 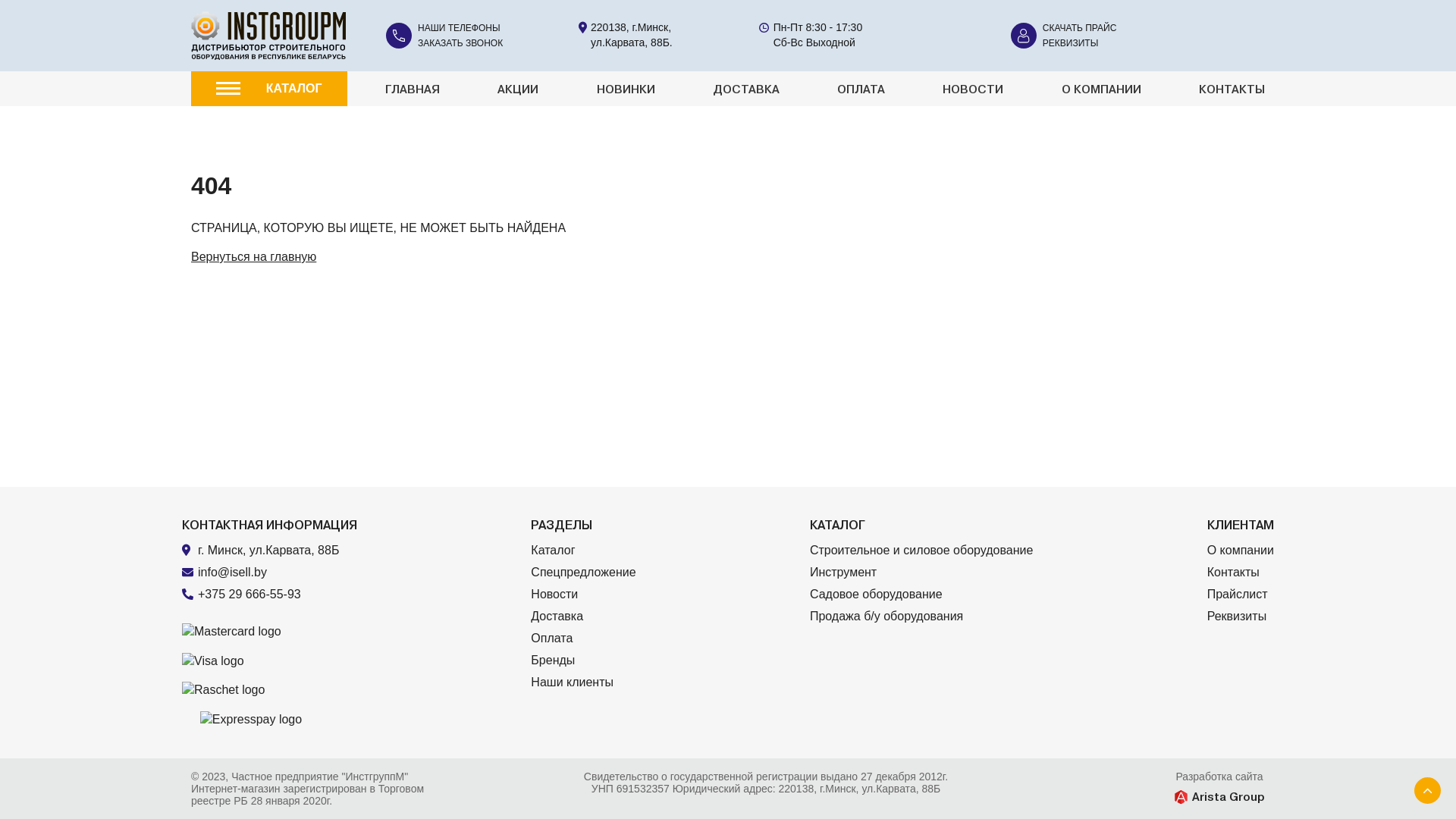 I want to click on '+375 29 666-55-93', so click(x=277, y=593).